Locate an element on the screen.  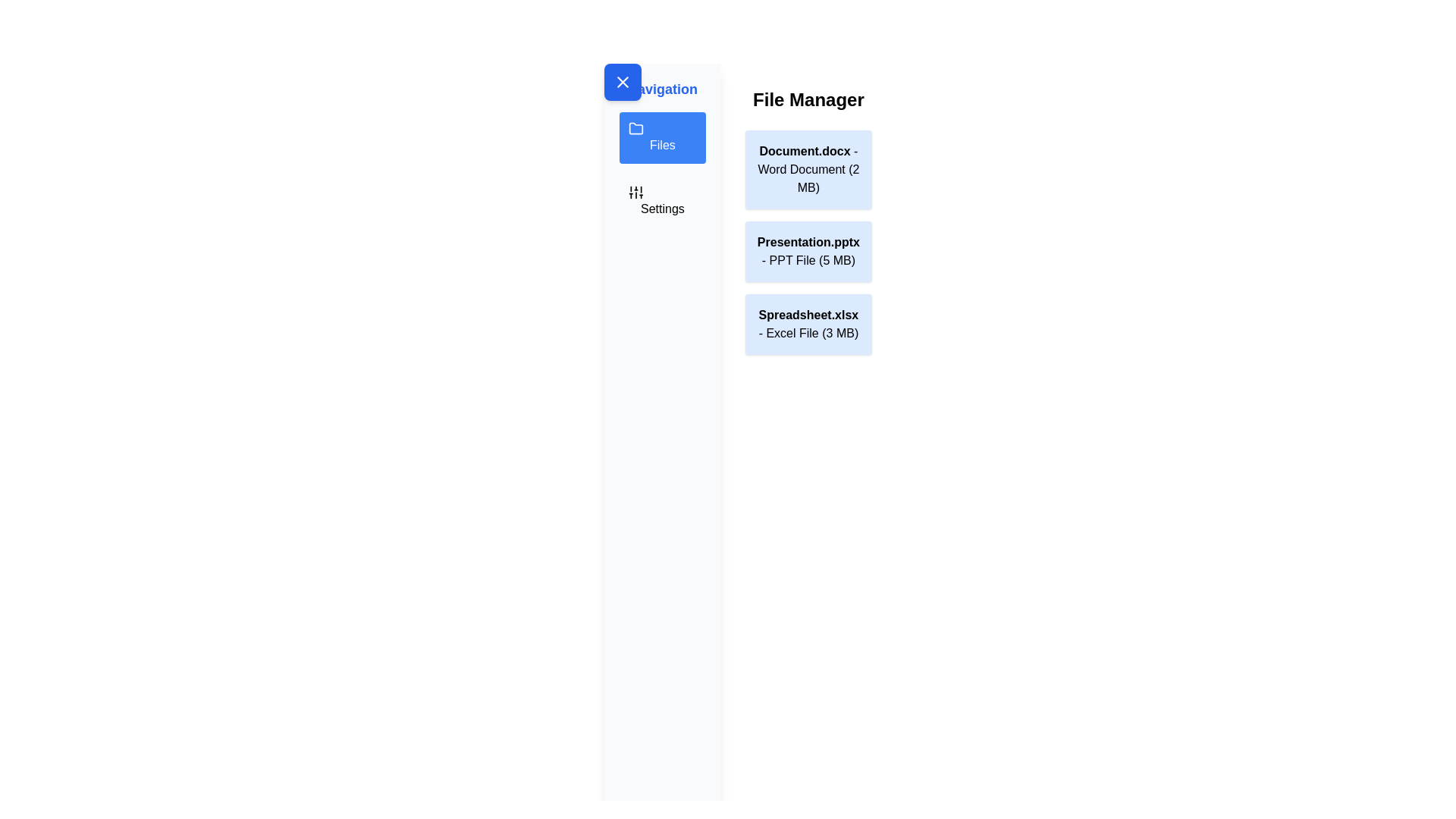
the third informational card in the file manager that represents a file entry, which is located below the 'Presentation.pptx - PPT File (5 MB)' entry is located at coordinates (807, 324).